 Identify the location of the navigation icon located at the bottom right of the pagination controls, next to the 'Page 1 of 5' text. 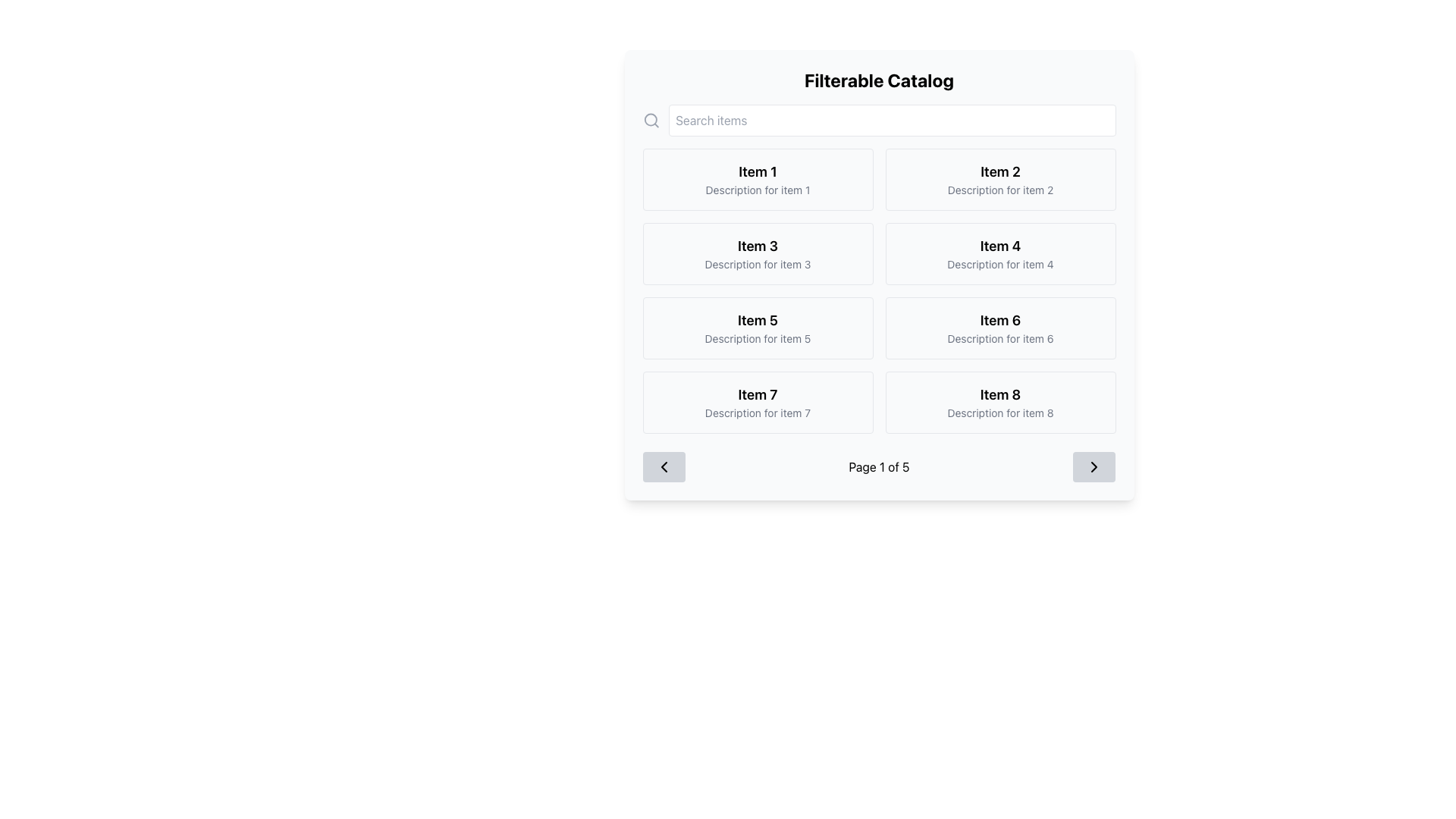
(1094, 466).